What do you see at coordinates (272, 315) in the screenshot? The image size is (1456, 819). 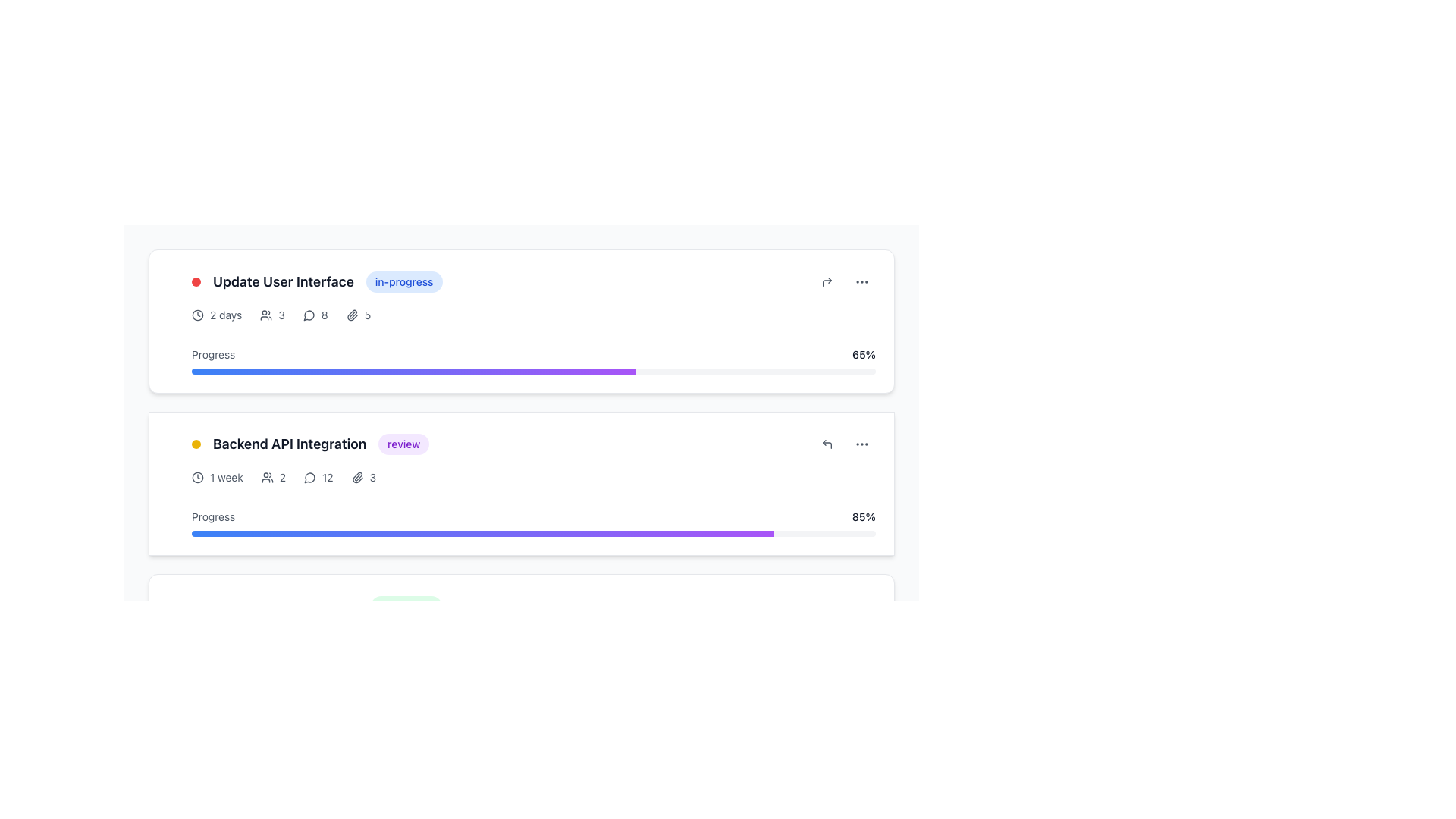 I see `the user icon and number combination in the first task card under the 'Update User Interface' title` at bounding box center [272, 315].